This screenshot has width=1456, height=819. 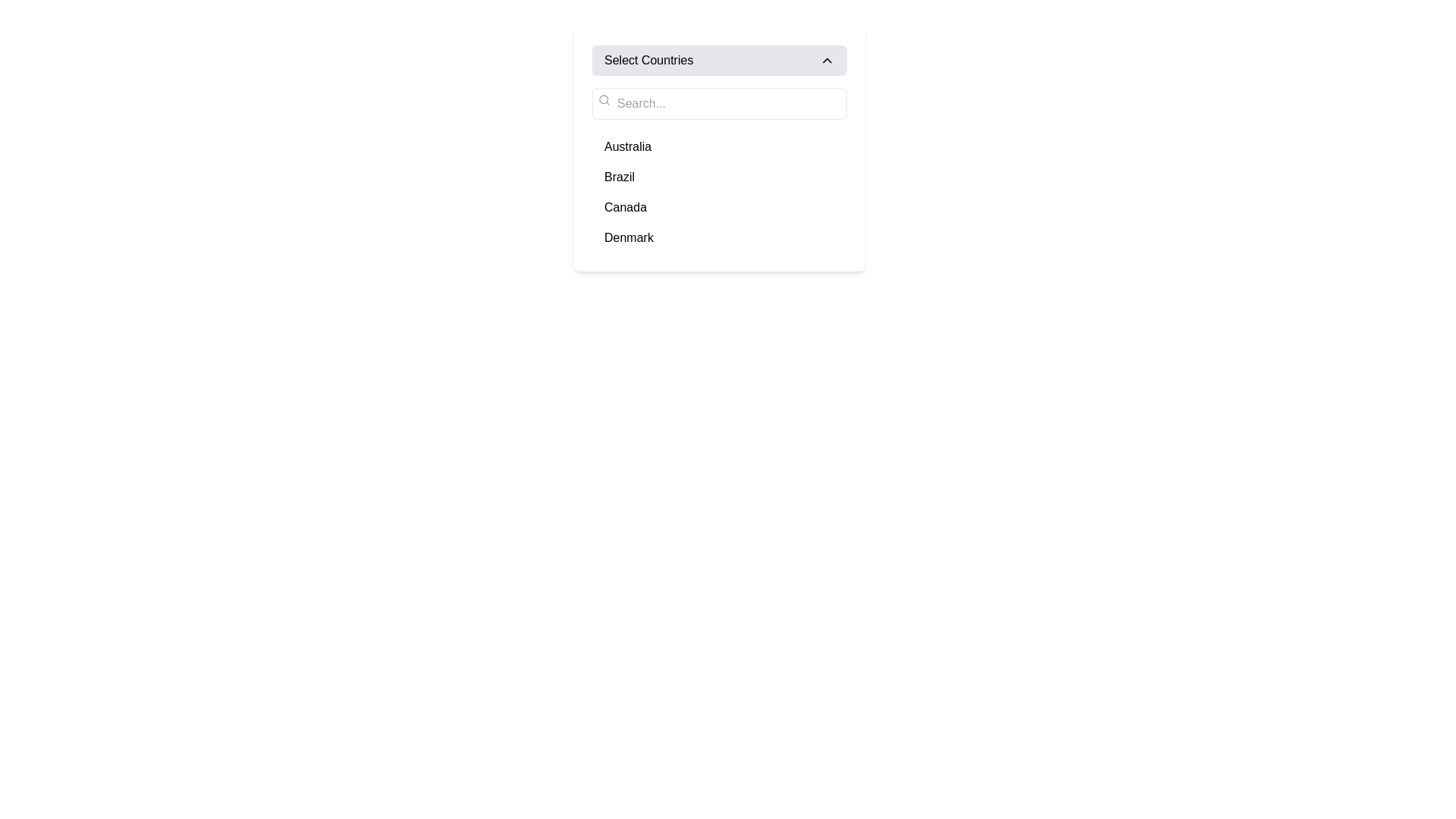 I want to click on the Dropdown toggle labeled 'Select Countries', so click(x=719, y=60).